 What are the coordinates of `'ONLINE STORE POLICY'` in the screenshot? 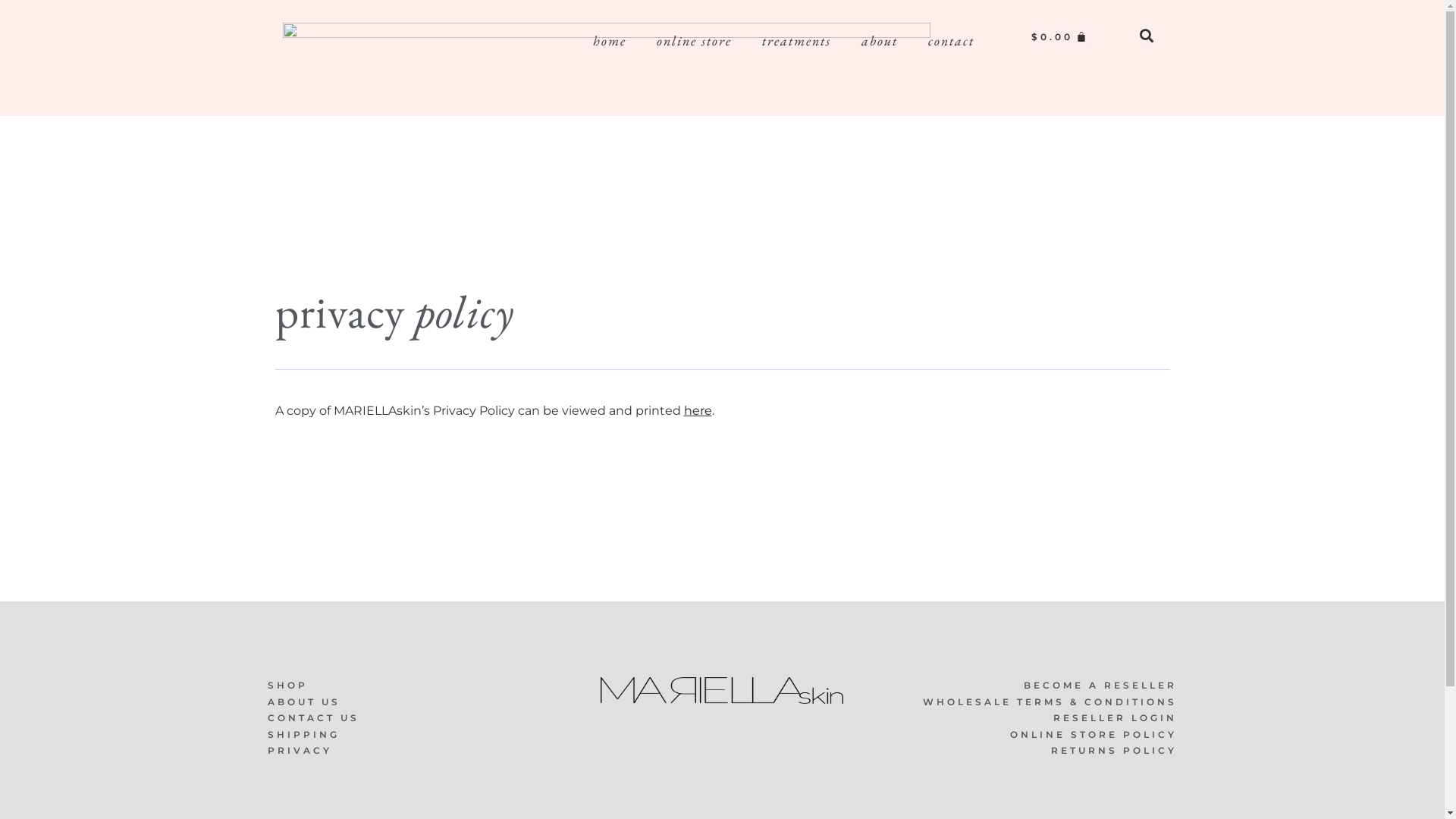 It's located at (1025, 733).